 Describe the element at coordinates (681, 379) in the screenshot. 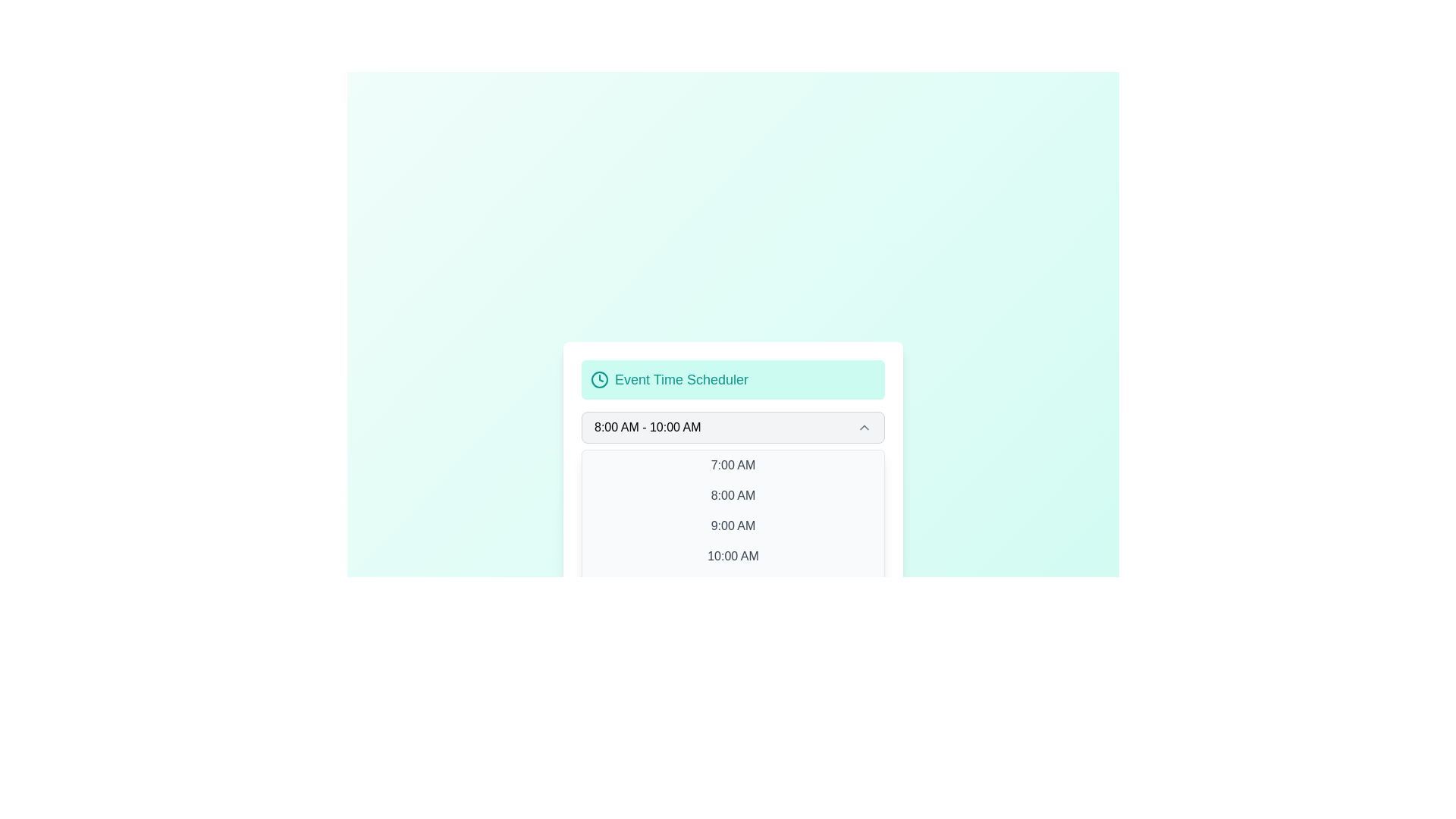

I see `the Text Label displaying 'Event Time Scheduler', which is styled in a medium-sized bold teal font on a light teal background` at that location.